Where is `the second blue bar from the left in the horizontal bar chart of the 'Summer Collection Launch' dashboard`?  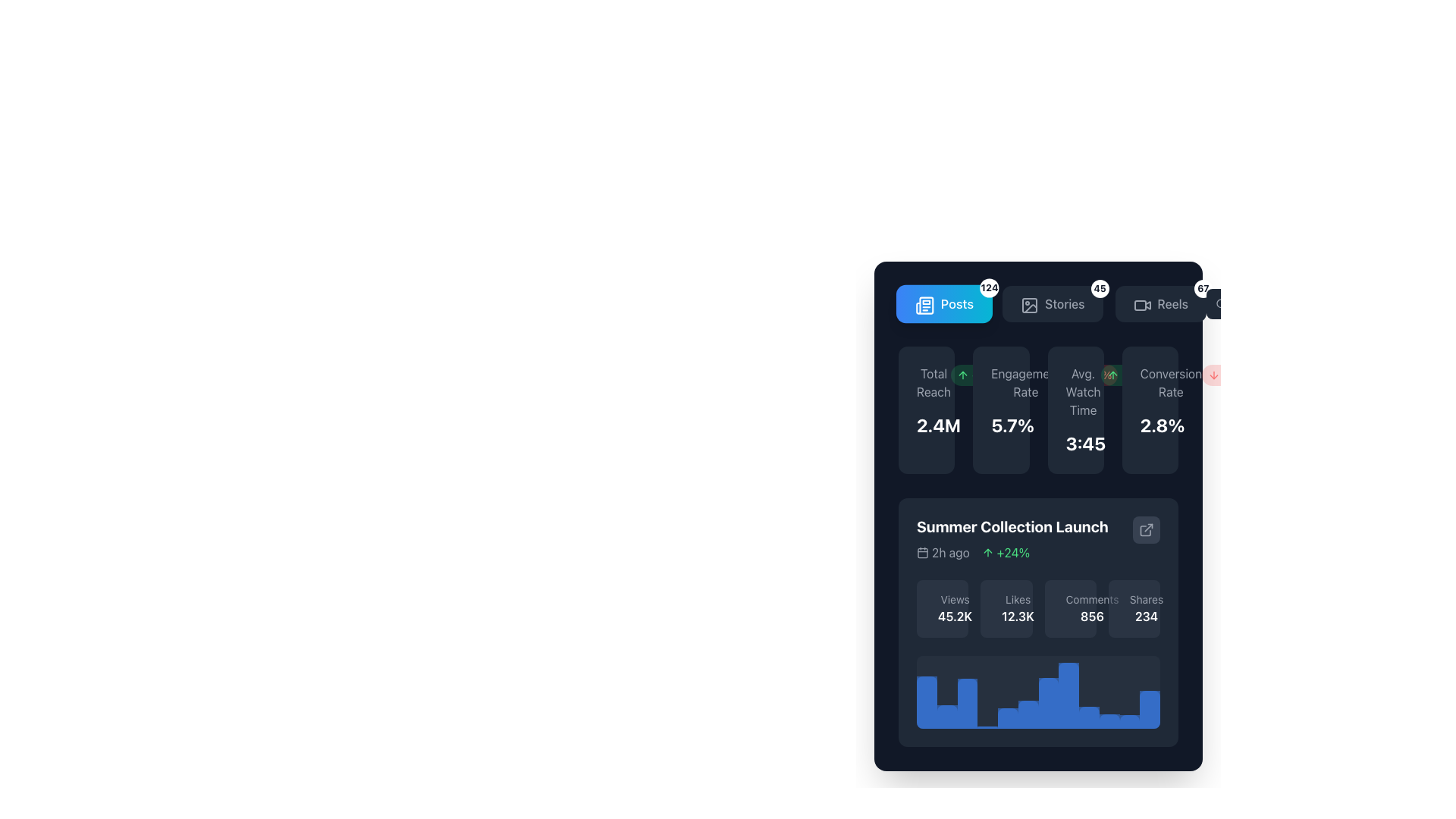 the second blue bar from the left in the horizontal bar chart of the 'Summer Collection Launch' dashboard is located at coordinates (946, 717).